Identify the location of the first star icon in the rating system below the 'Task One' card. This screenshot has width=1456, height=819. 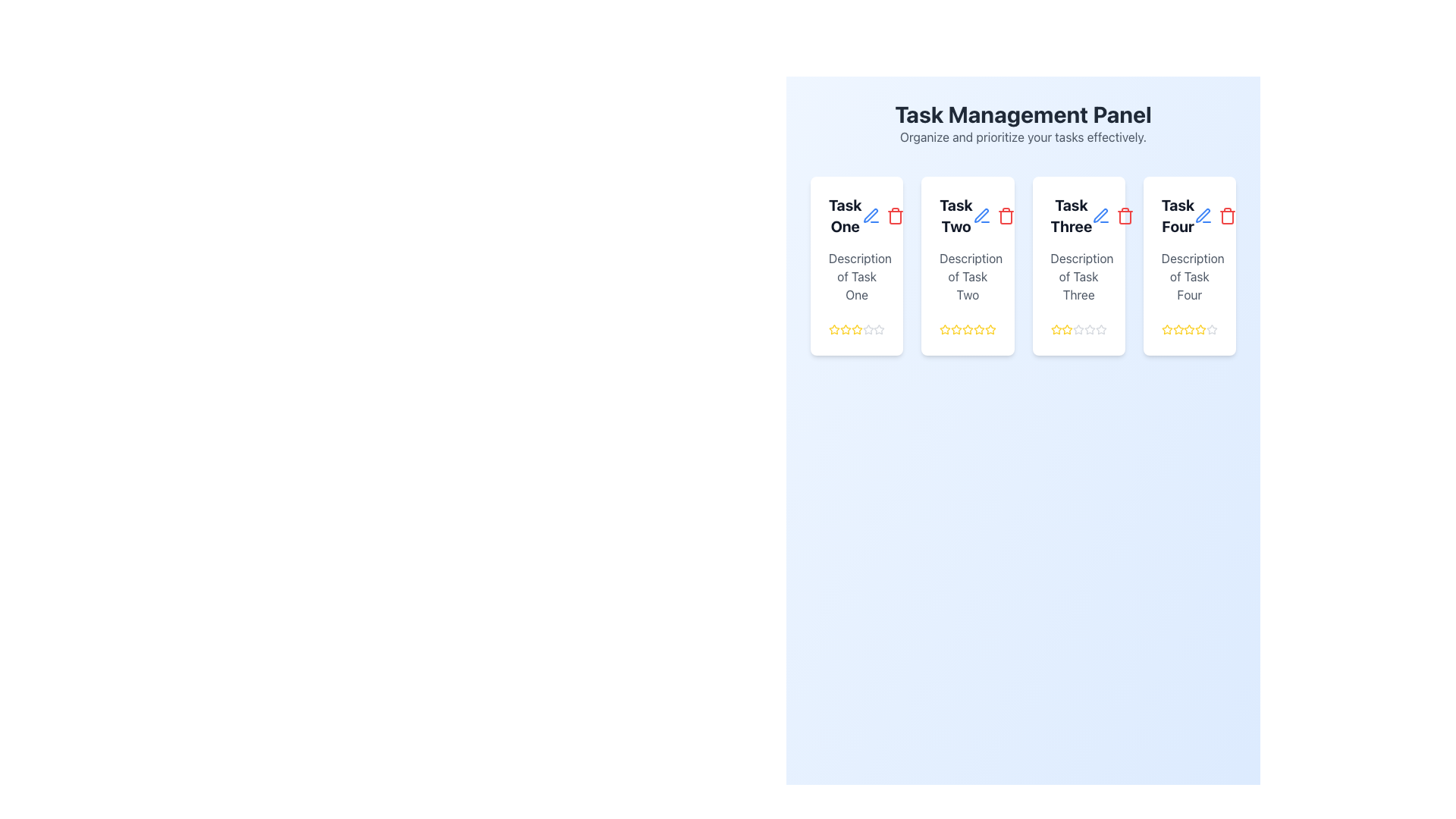
(857, 328).